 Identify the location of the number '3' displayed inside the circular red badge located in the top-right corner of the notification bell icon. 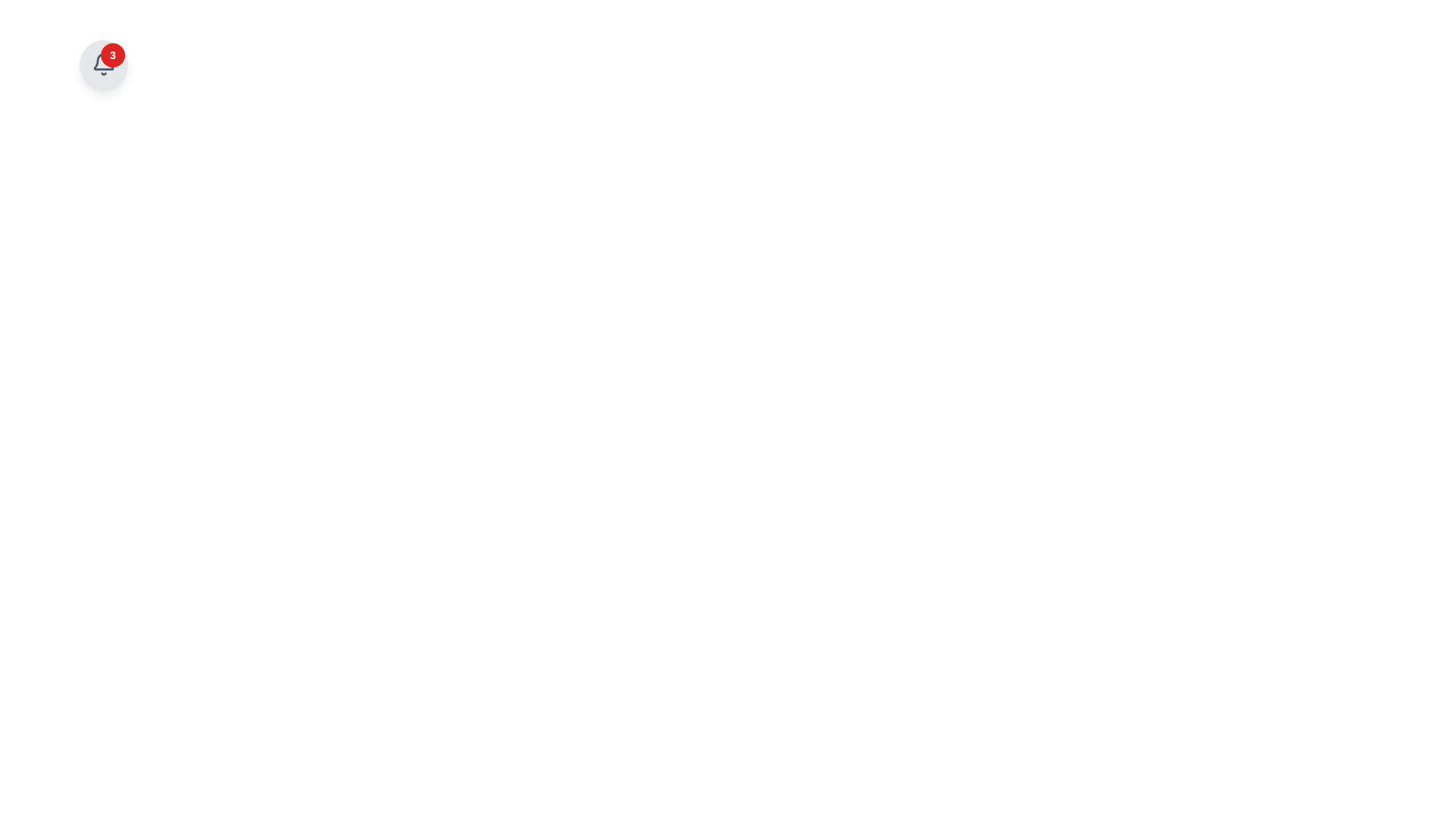
(111, 55).